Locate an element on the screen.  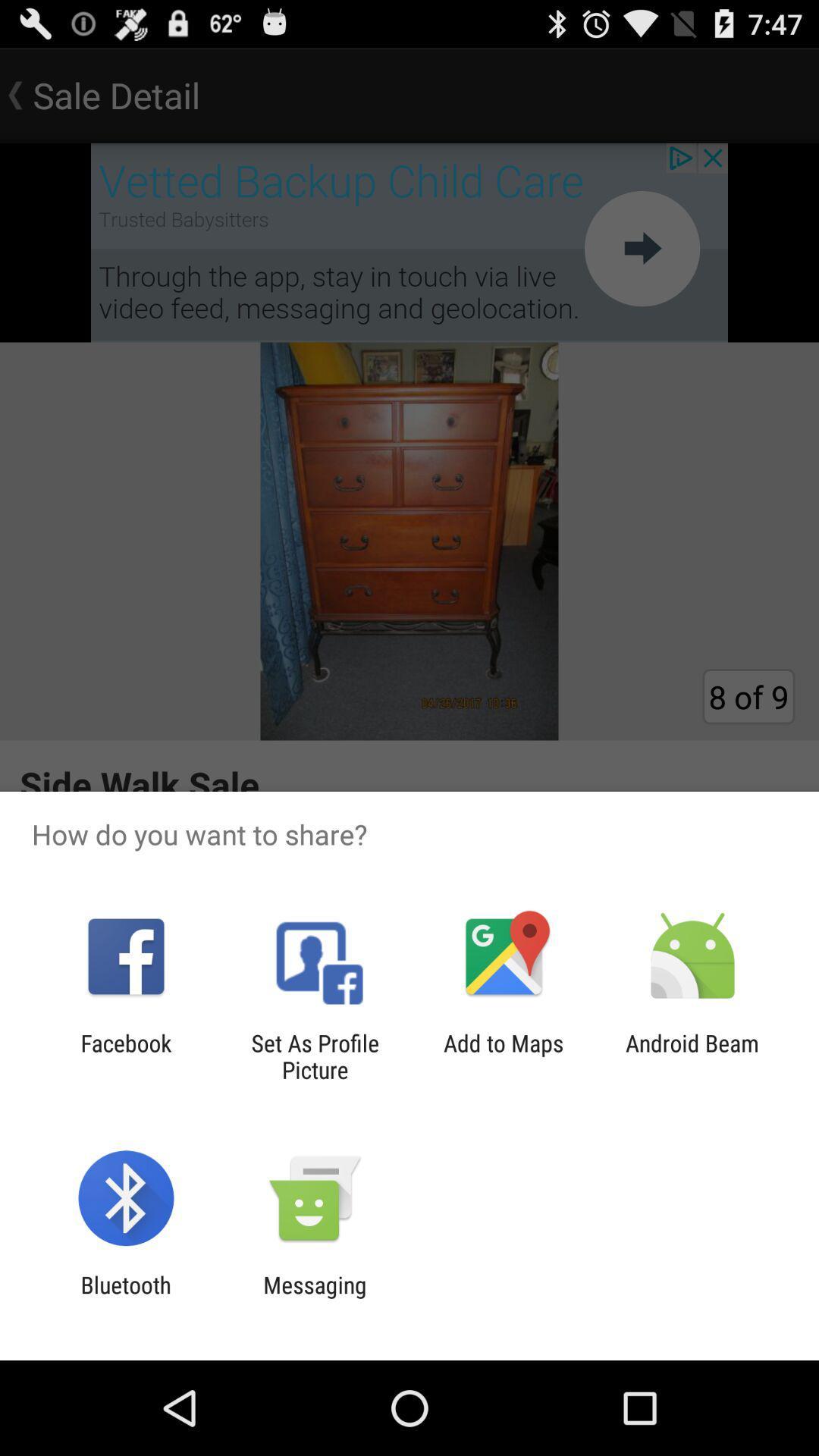
icon next to the set as profile is located at coordinates (504, 1056).